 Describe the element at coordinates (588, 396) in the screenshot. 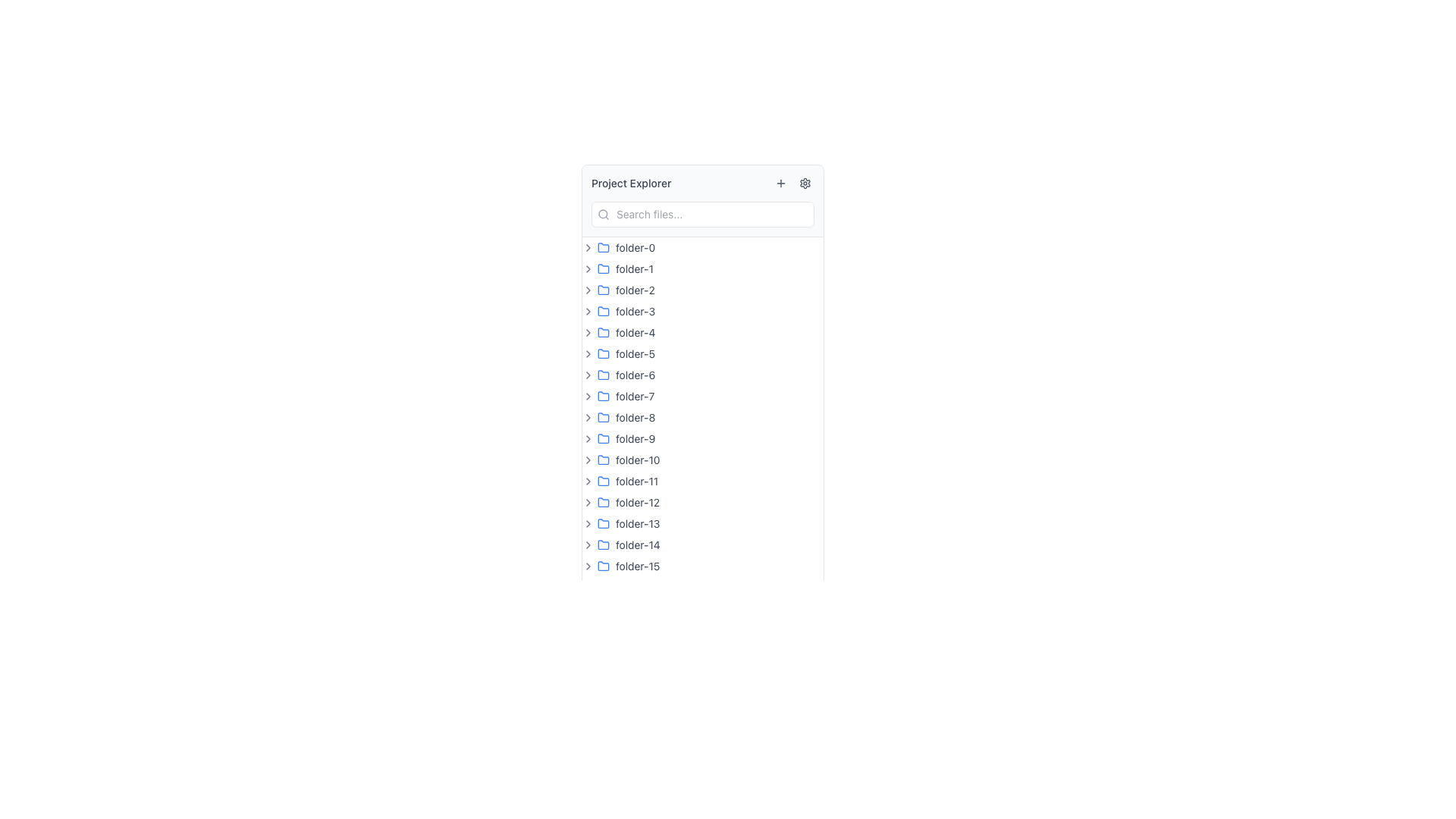

I see `the toggle button located to the left of the 'folder-7' label in the project explorer` at that location.